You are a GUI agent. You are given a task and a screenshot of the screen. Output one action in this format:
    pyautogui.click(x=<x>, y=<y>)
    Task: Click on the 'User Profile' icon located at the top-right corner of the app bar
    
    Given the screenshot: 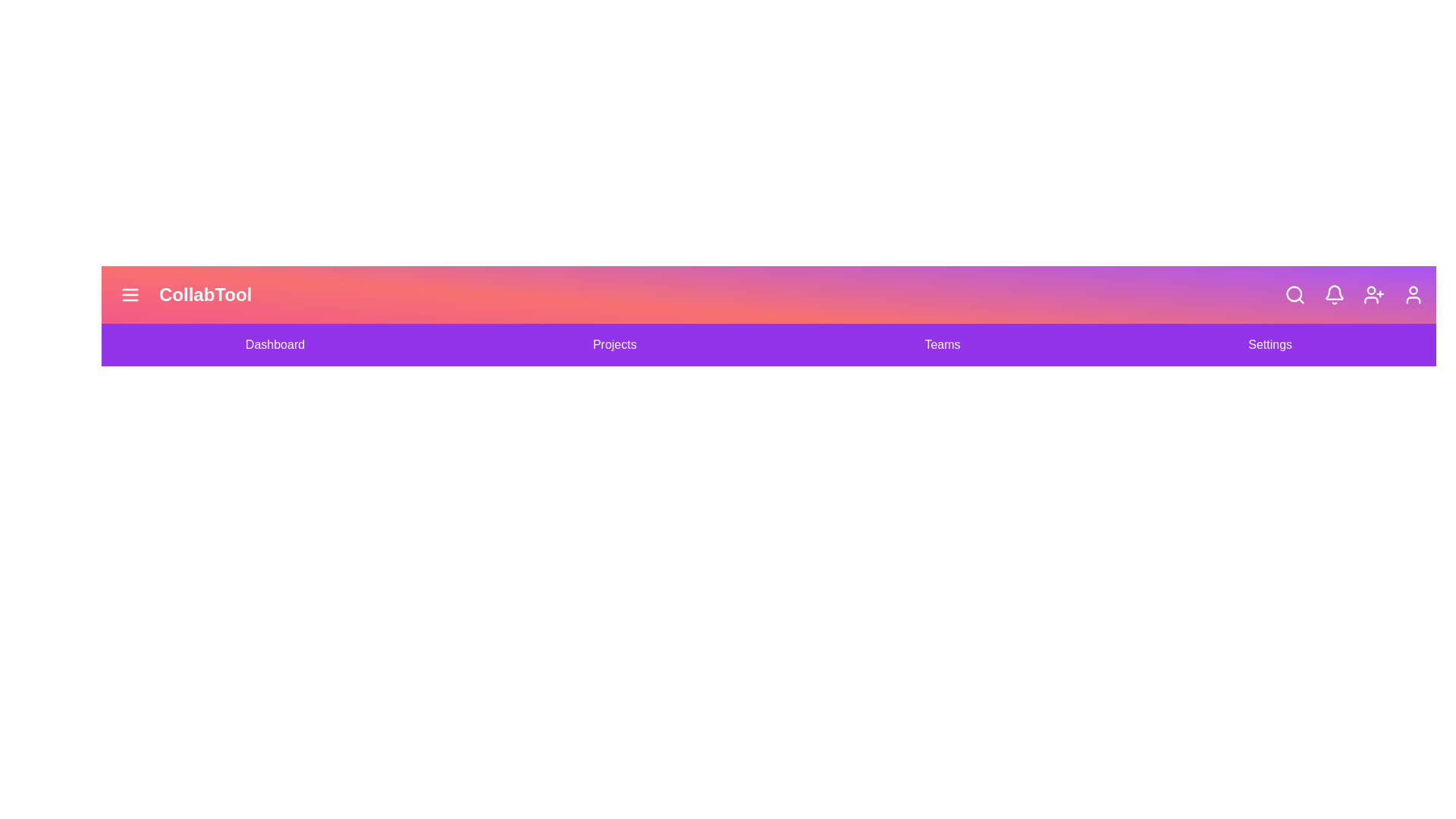 What is the action you would take?
    pyautogui.click(x=1412, y=295)
    